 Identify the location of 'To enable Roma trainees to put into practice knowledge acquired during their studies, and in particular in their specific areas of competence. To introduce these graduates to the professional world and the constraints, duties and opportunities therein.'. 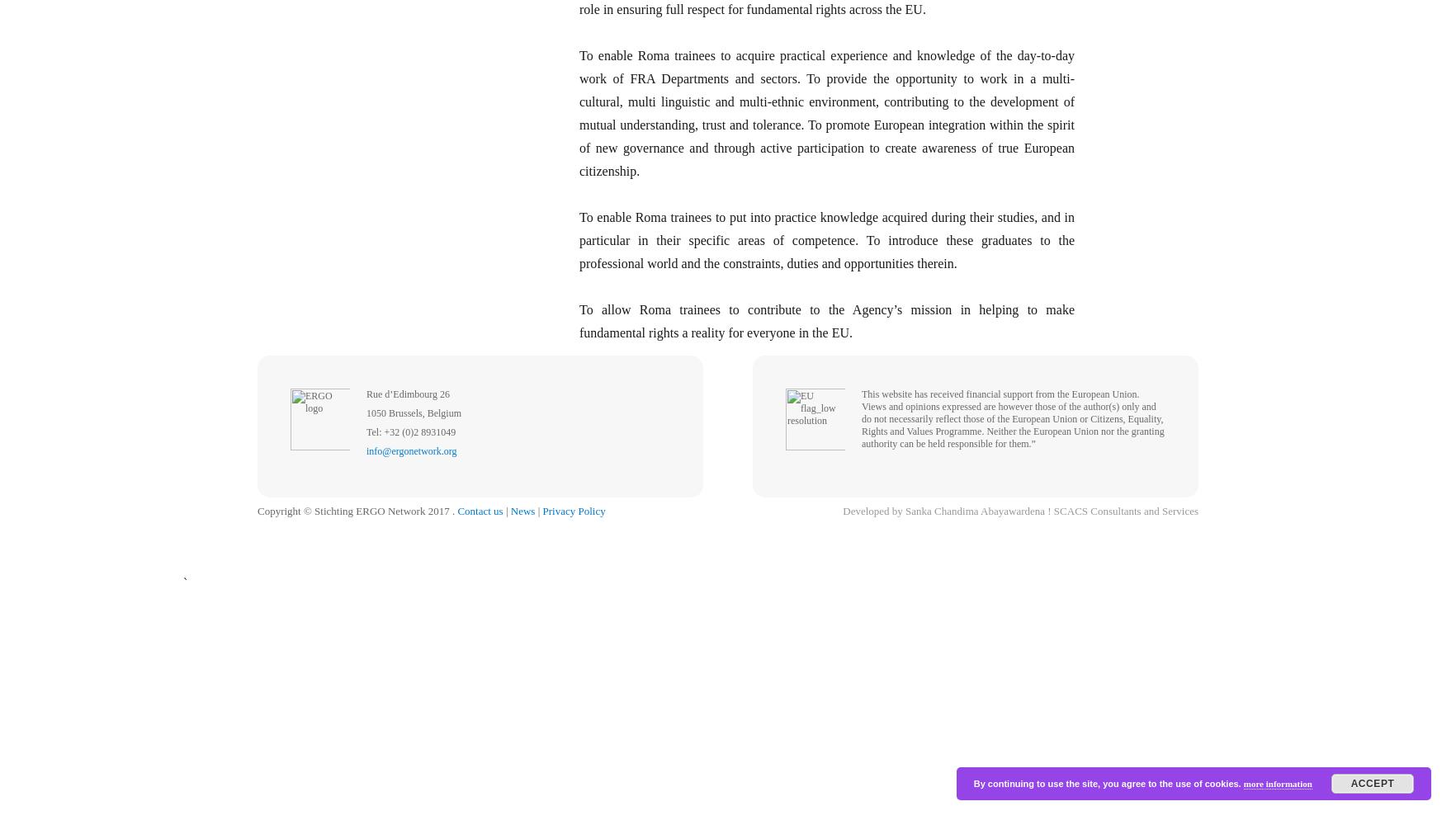
(826, 240).